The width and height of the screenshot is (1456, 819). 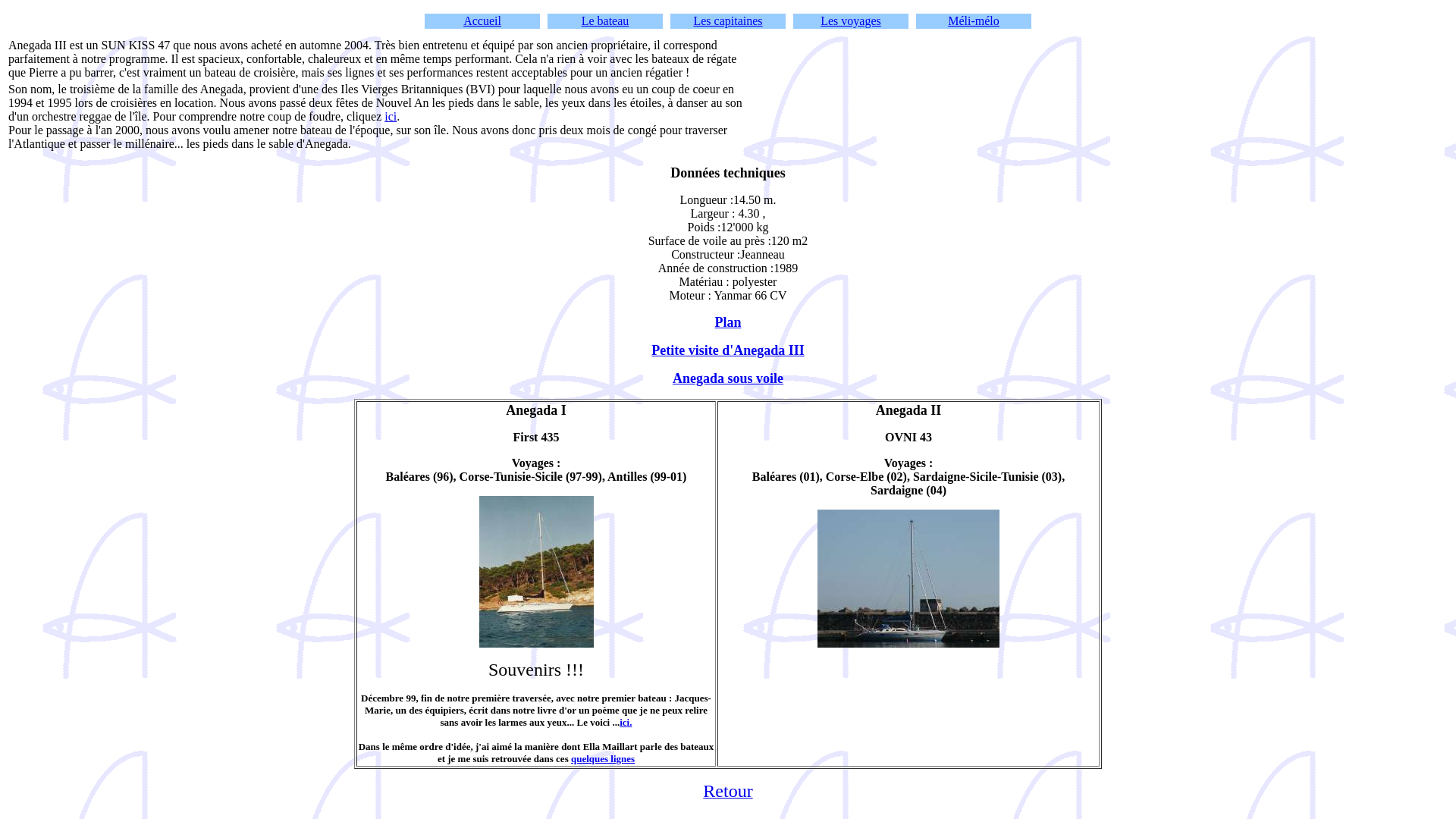 What do you see at coordinates (390, 115) in the screenshot?
I see `'ici'` at bounding box center [390, 115].